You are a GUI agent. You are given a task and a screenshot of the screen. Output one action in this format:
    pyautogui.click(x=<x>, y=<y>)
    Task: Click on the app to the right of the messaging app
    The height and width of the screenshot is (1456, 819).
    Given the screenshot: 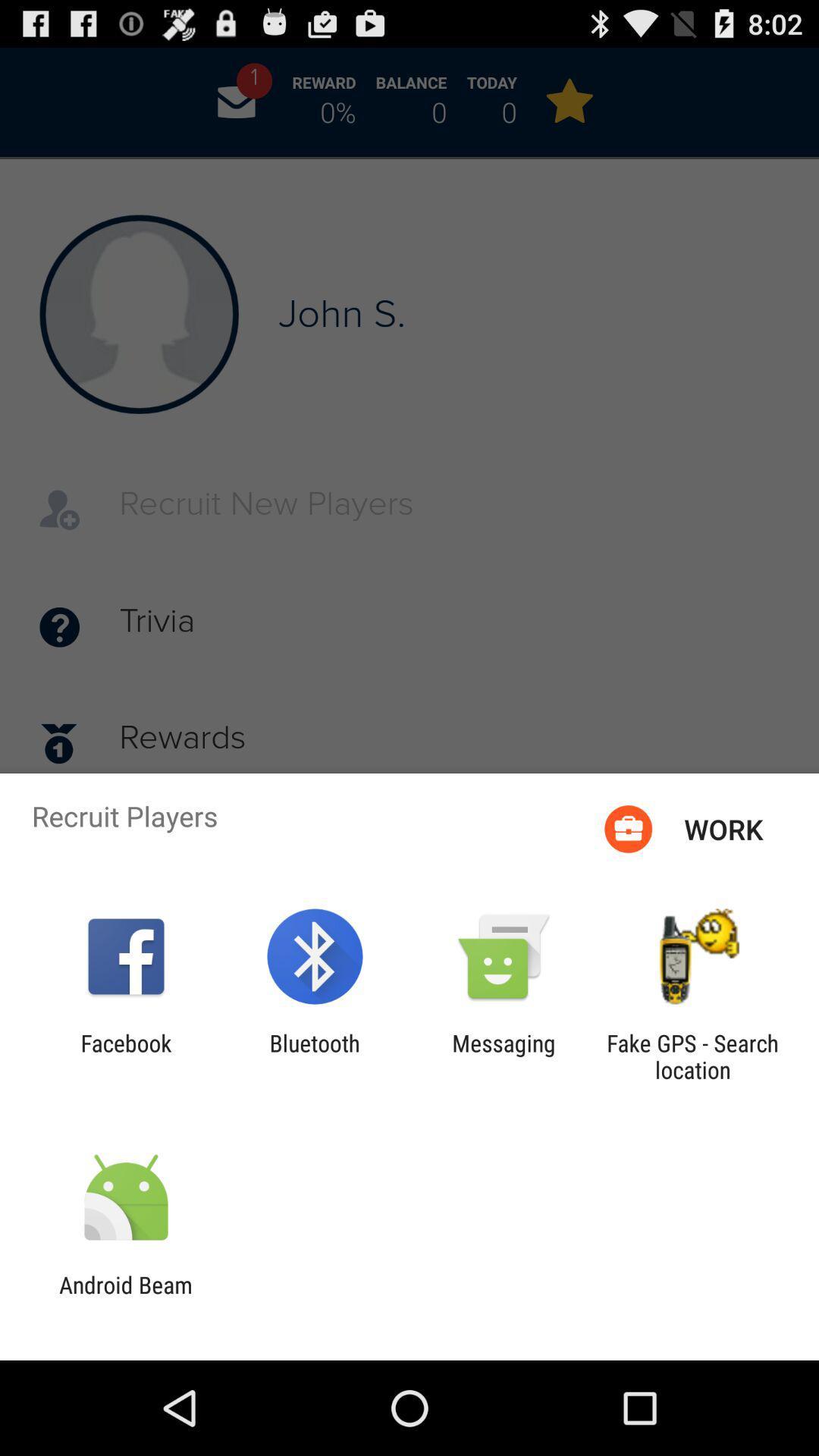 What is the action you would take?
    pyautogui.click(x=692, y=1056)
    